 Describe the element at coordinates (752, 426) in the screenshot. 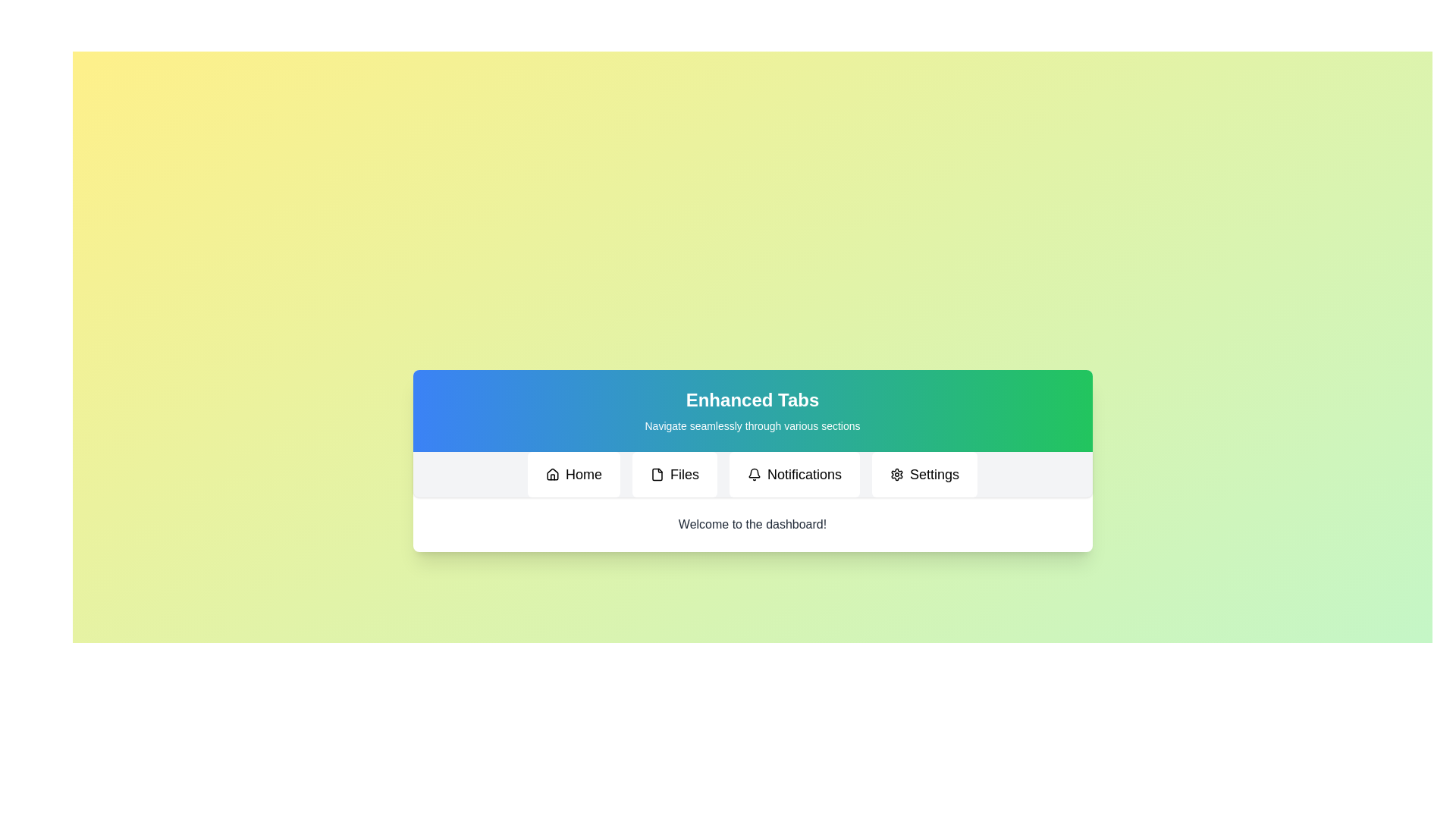

I see `information displayed in the text component that contains the phrase 'Navigate seamlessly through various sections', located beneath the 'Enhanced Tabs' header` at that location.